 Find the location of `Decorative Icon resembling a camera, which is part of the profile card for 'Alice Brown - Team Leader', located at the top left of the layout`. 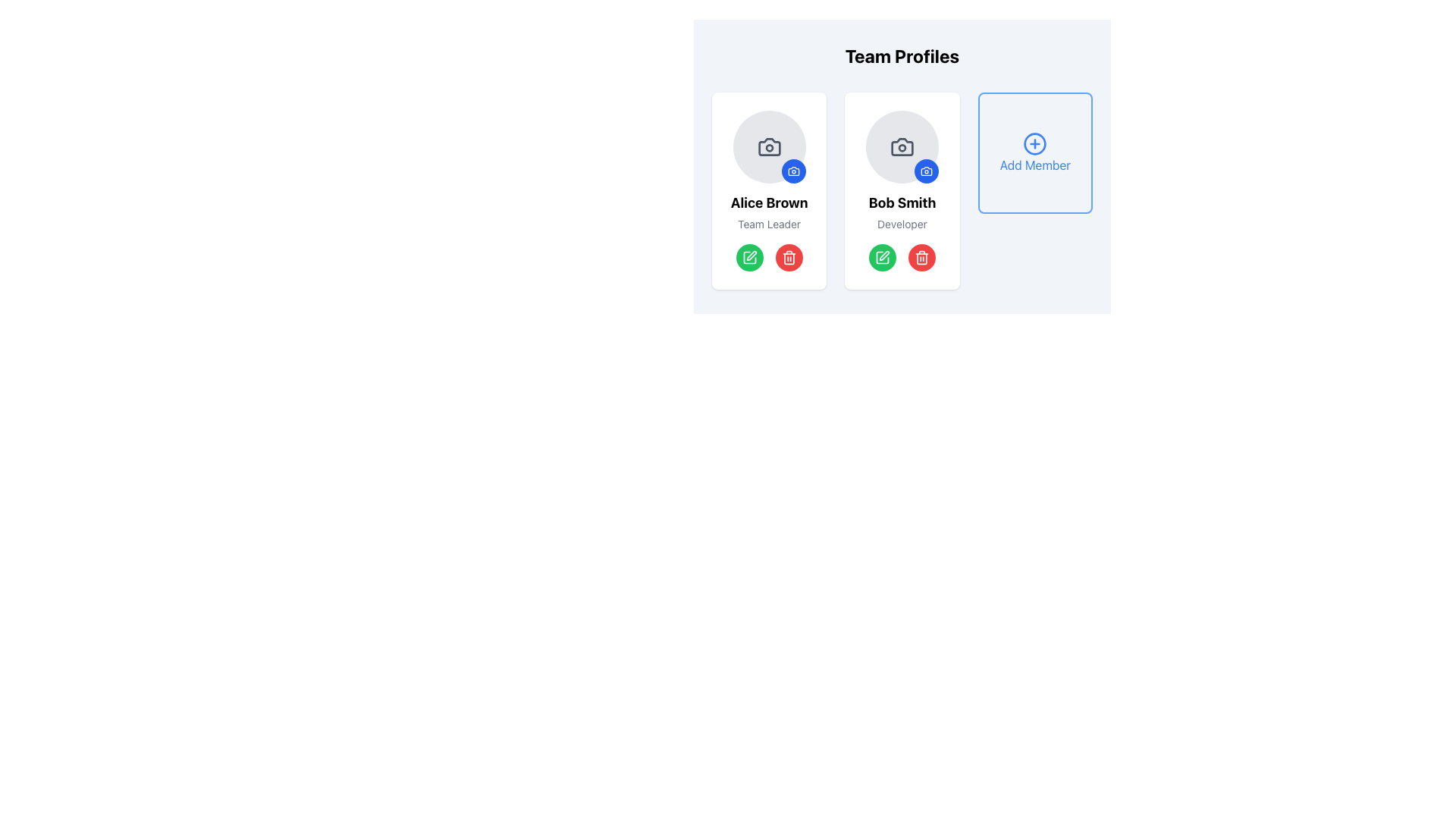

Decorative Icon resembling a camera, which is part of the profile card for 'Alice Brown - Team Leader', located at the top left of the layout is located at coordinates (792, 171).